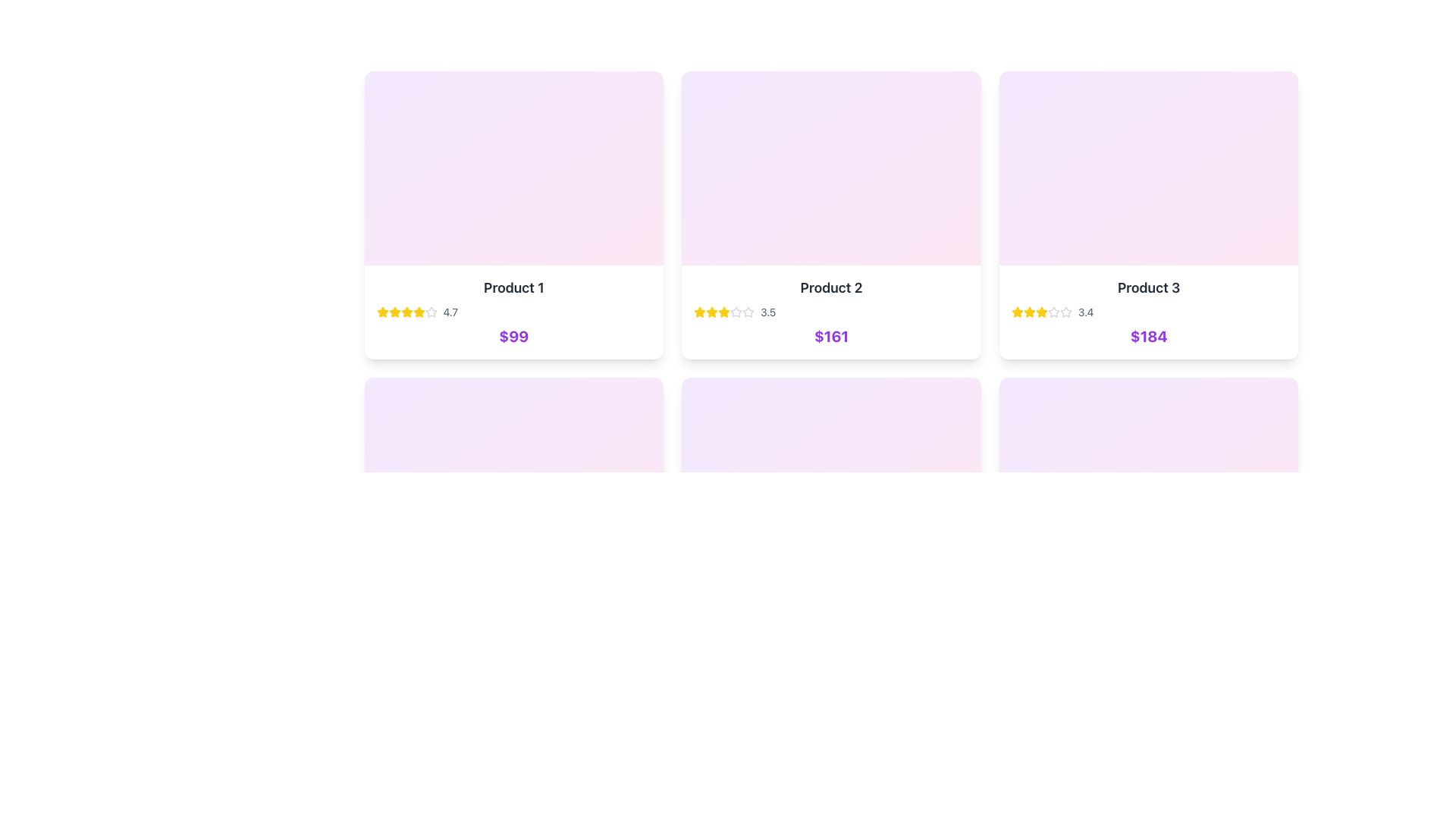 Image resolution: width=1456 pixels, height=819 pixels. I want to click on the product card displaying information about a product, located as the second card in the top row of a three-column grid layout, so click(830, 215).